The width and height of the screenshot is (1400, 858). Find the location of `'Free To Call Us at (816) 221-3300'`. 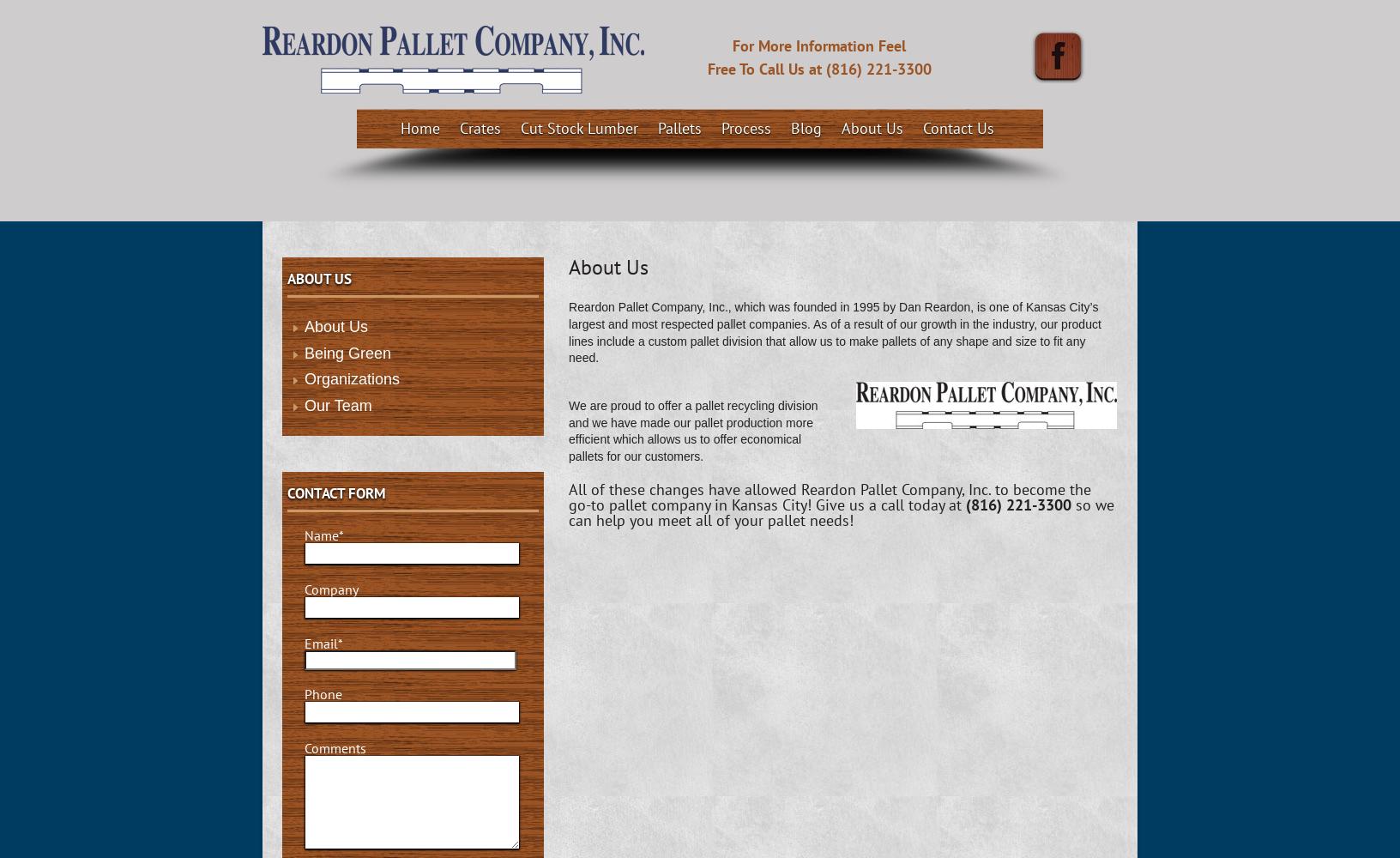

'Free To Call Us at (816) 221-3300' is located at coordinates (818, 67).